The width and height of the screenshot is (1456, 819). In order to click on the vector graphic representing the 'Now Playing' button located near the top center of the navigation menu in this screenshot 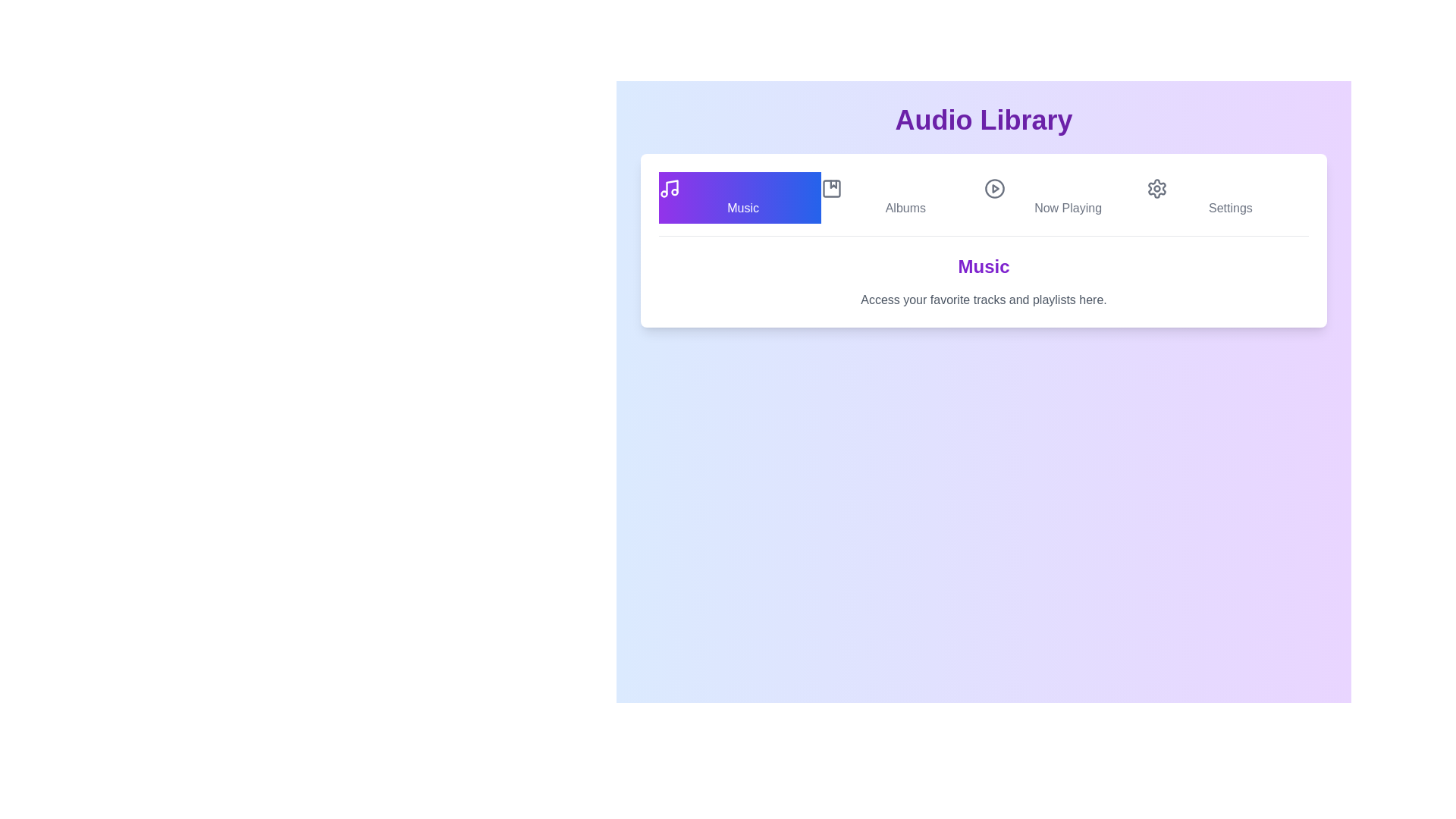, I will do `click(994, 188)`.